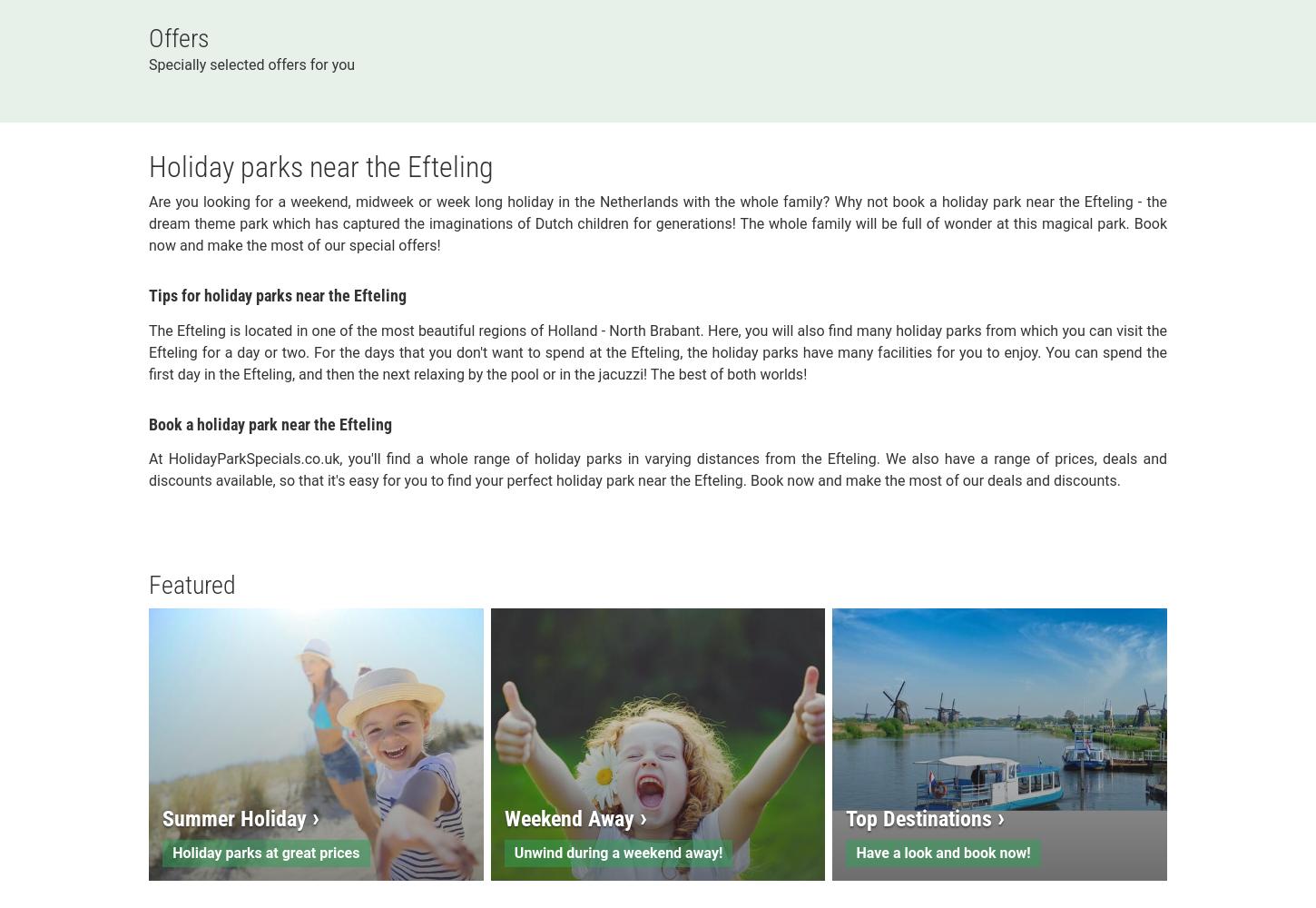 Image resolution: width=1316 pixels, height=908 pixels. What do you see at coordinates (251, 63) in the screenshot?
I see `'Specially selected offers for you'` at bounding box center [251, 63].